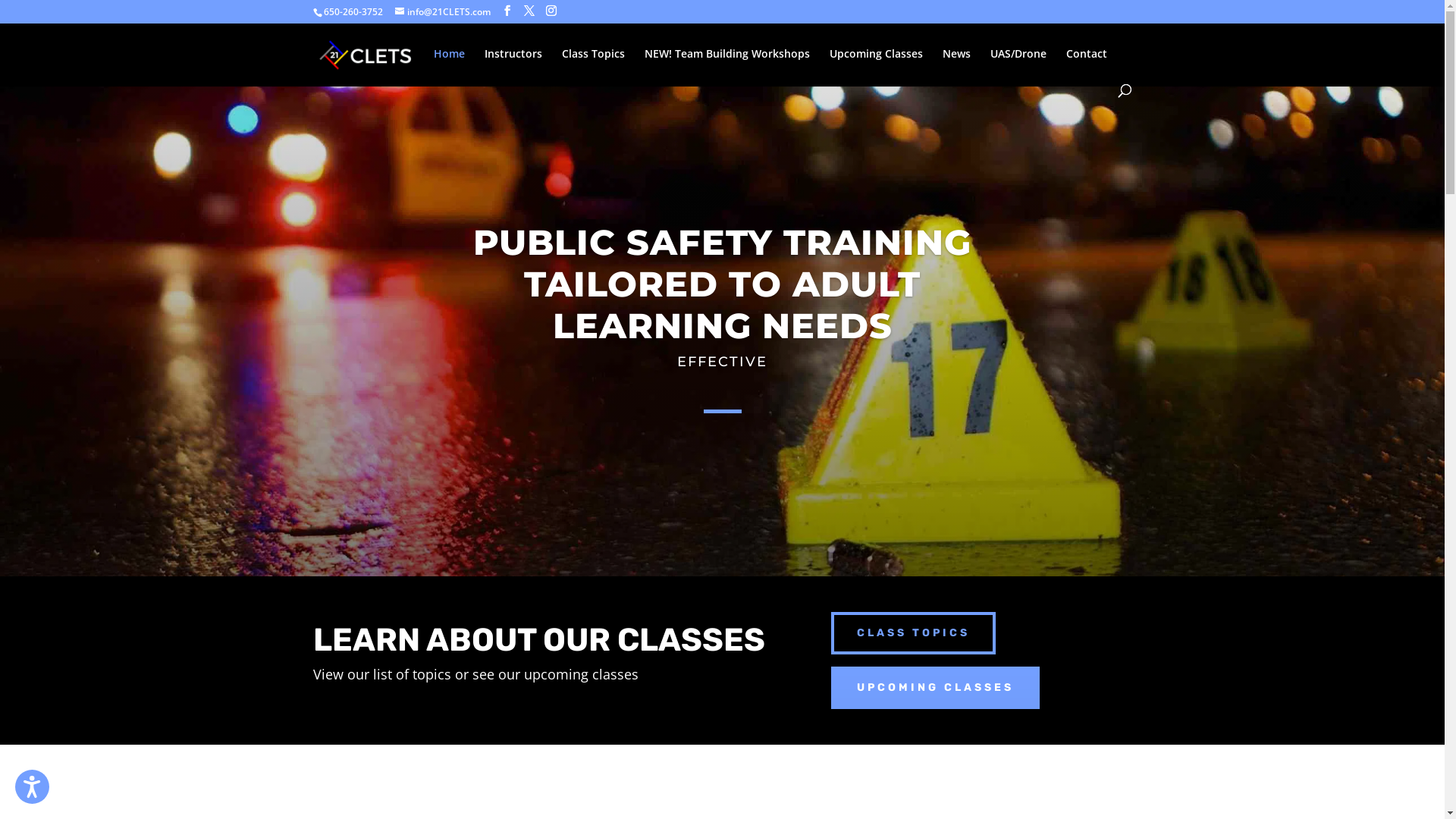 This screenshot has width=1456, height=819. Describe the element at coordinates (955, 65) in the screenshot. I see `'News'` at that location.